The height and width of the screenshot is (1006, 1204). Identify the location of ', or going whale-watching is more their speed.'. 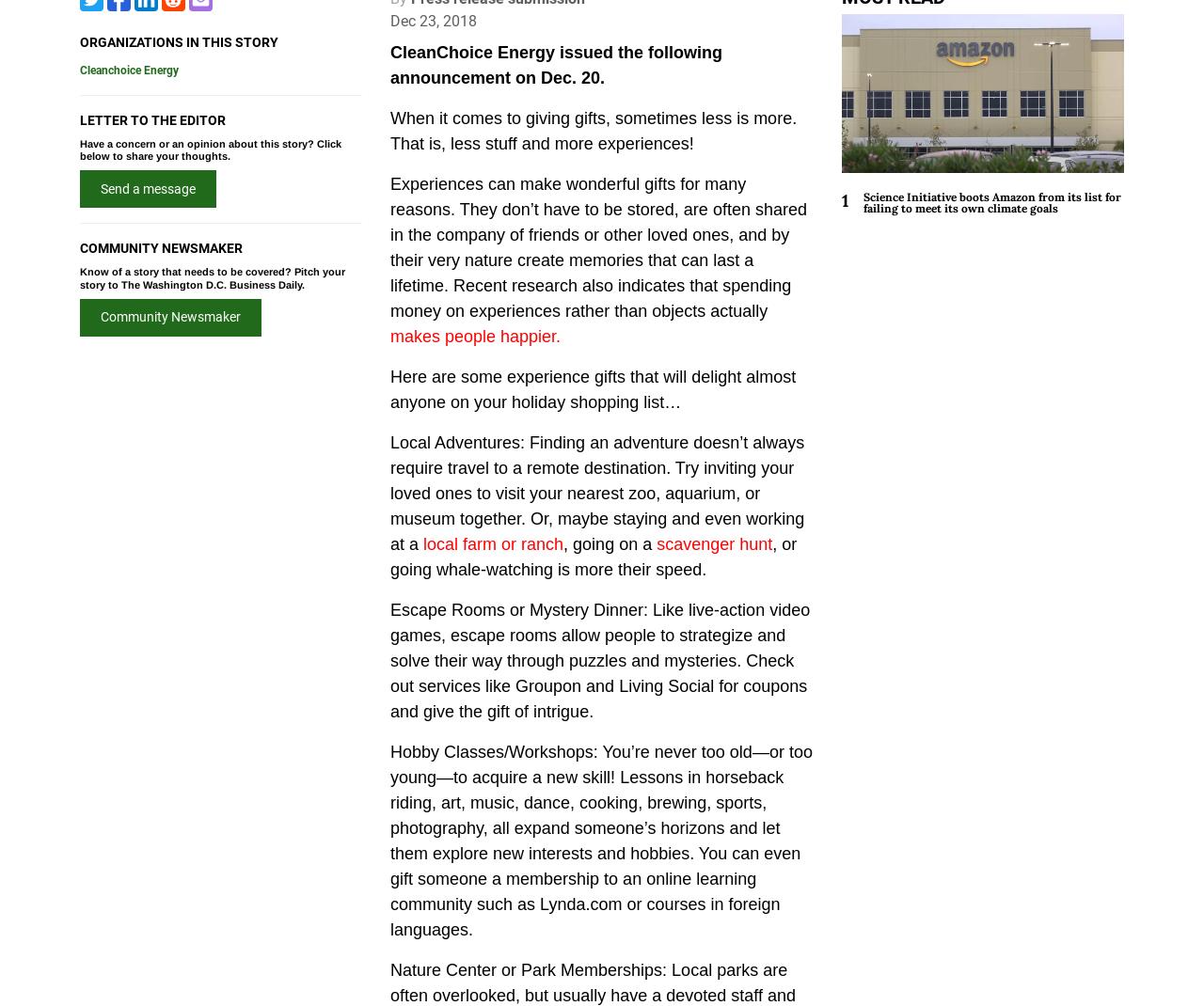
(593, 556).